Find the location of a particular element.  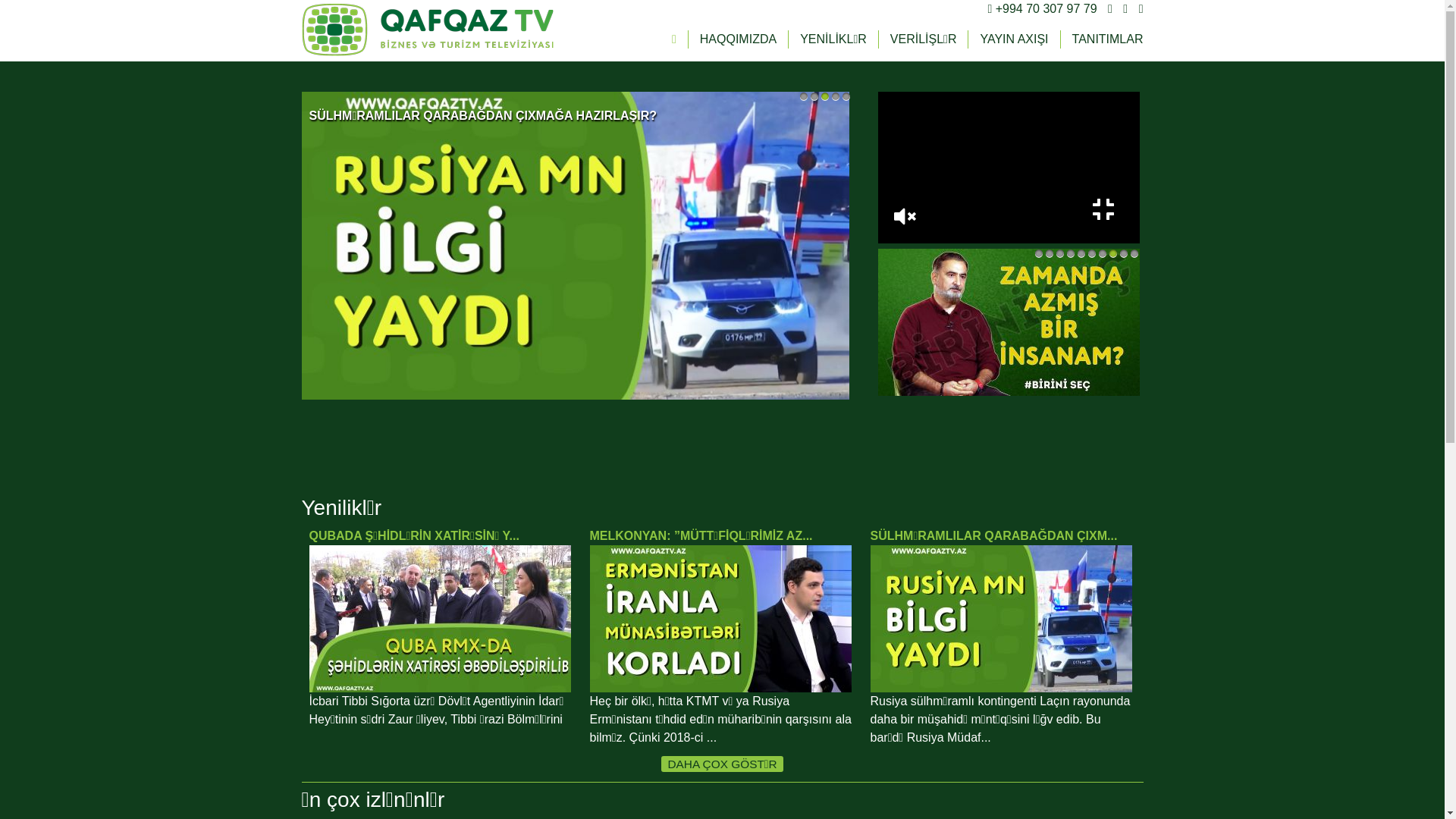

'10' is located at coordinates (1134, 253).